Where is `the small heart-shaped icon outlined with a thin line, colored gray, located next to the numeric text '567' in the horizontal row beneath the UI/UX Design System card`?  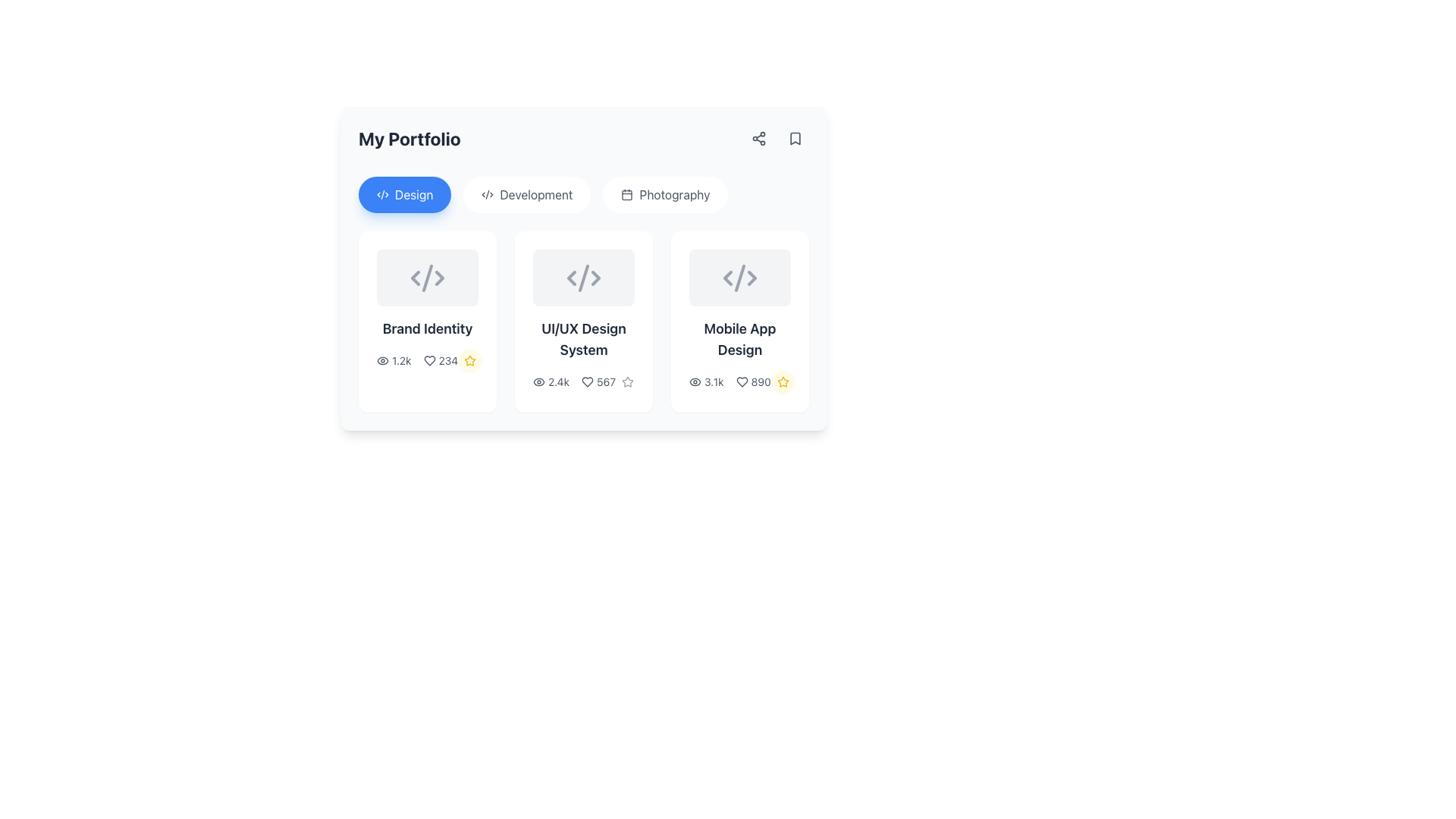 the small heart-shaped icon outlined with a thin line, colored gray, located next to the numeric text '567' in the horizontal row beneath the UI/UX Design System card is located at coordinates (587, 381).